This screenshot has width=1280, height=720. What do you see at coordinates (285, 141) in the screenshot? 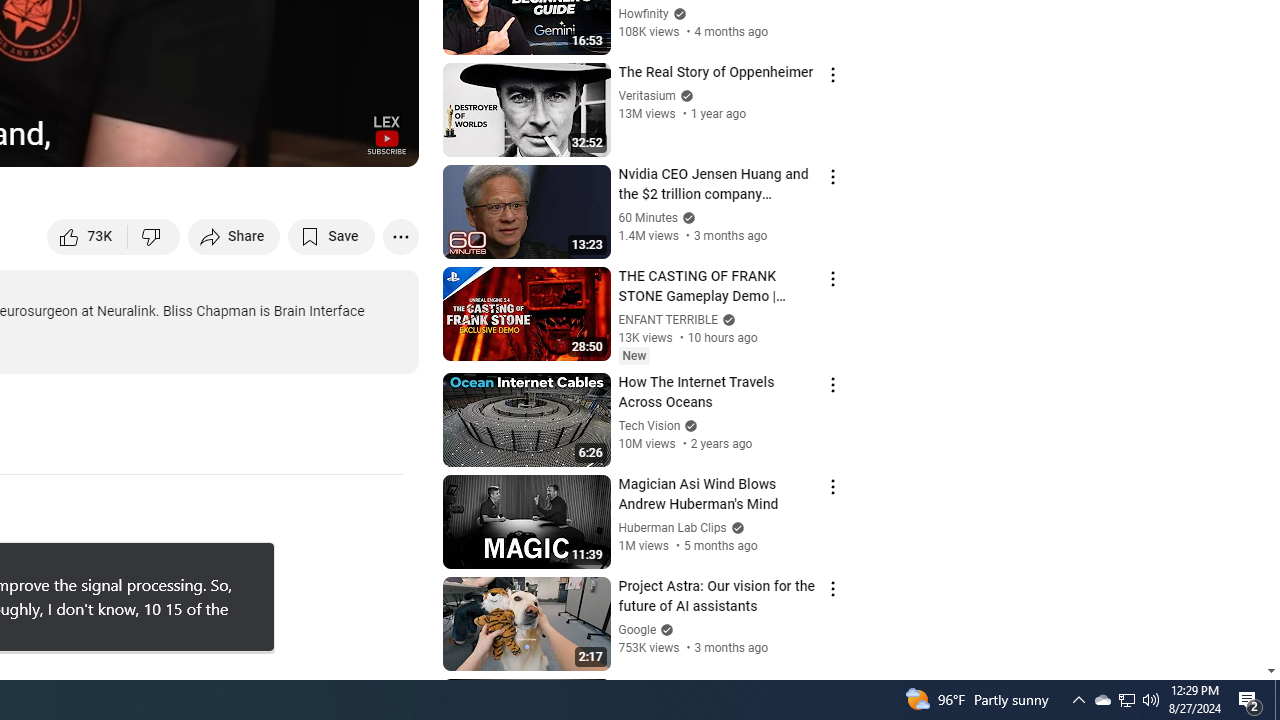
I see `'Miniplayer (i)'` at bounding box center [285, 141].